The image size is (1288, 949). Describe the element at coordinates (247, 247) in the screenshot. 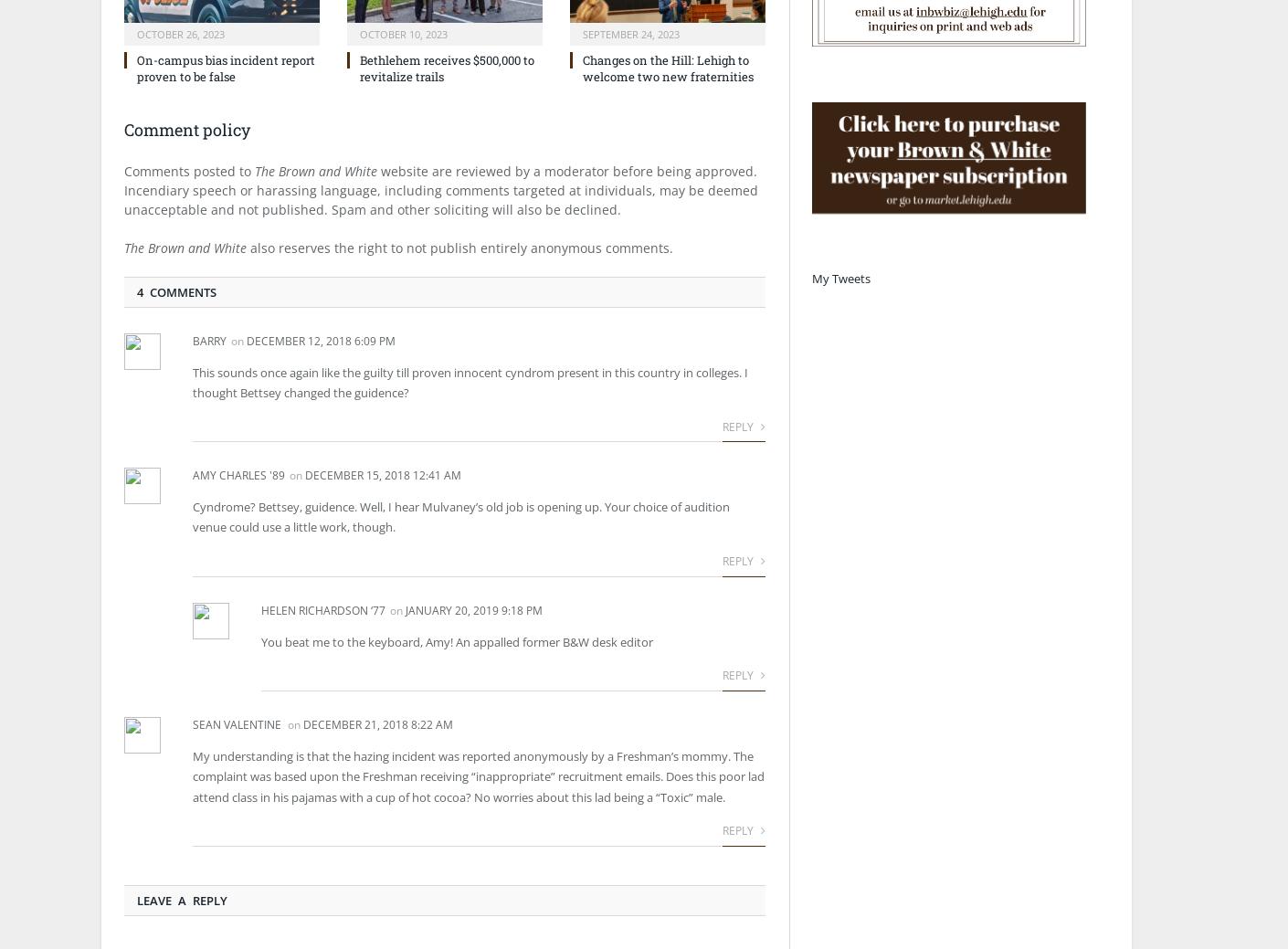

I see `'also reserves the right to not publish entirely anonymous comments.'` at that location.